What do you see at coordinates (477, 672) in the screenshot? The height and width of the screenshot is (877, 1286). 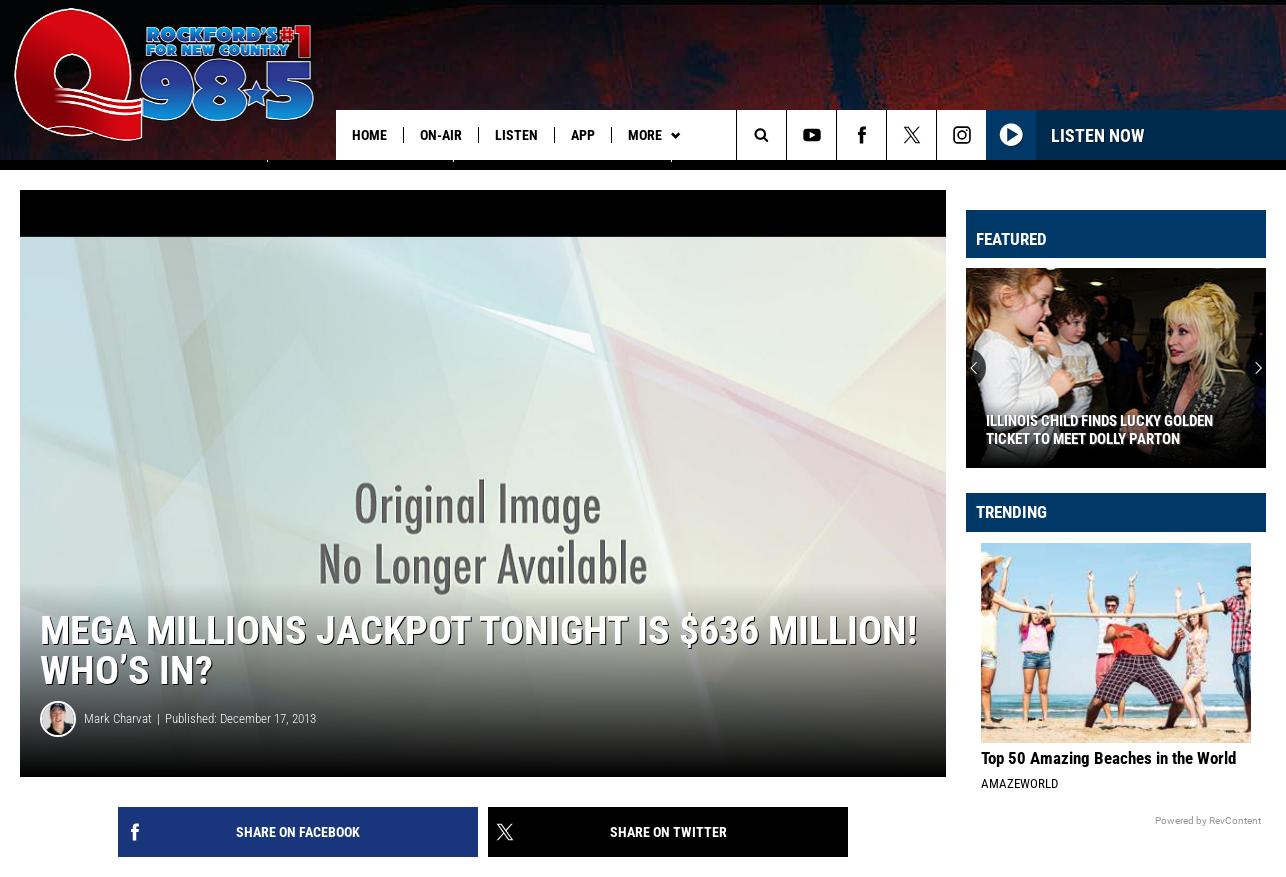 I see `'Mega Millions jackpot tonight is $636 million! Who’s in?'` at bounding box center [477, 672].